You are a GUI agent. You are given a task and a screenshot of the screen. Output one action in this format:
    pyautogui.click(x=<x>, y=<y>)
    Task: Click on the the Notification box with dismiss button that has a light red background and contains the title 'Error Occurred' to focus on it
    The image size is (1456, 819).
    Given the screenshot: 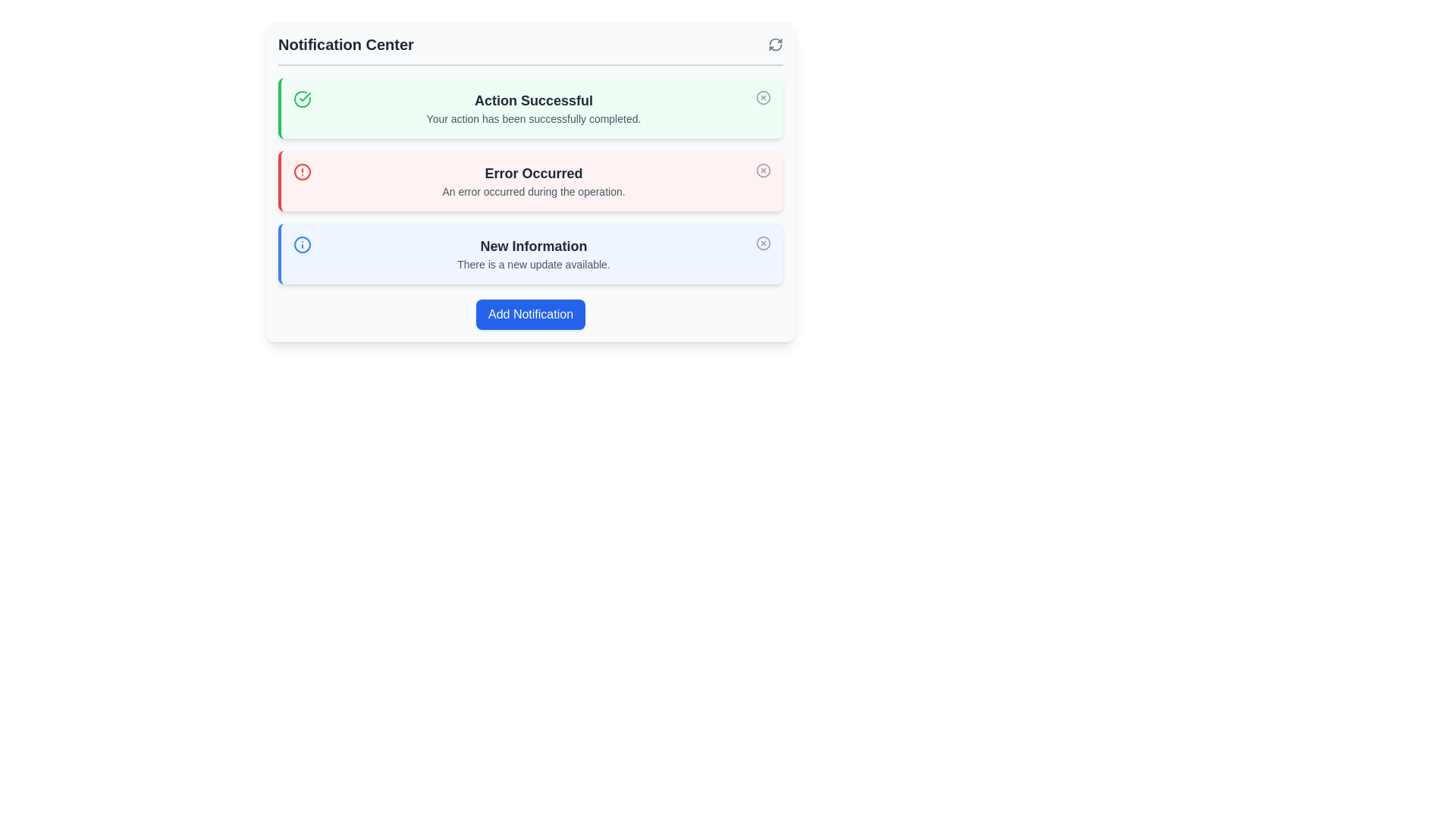 What is the action you would take?
    pyautogui.click(x=531, y=180)
    